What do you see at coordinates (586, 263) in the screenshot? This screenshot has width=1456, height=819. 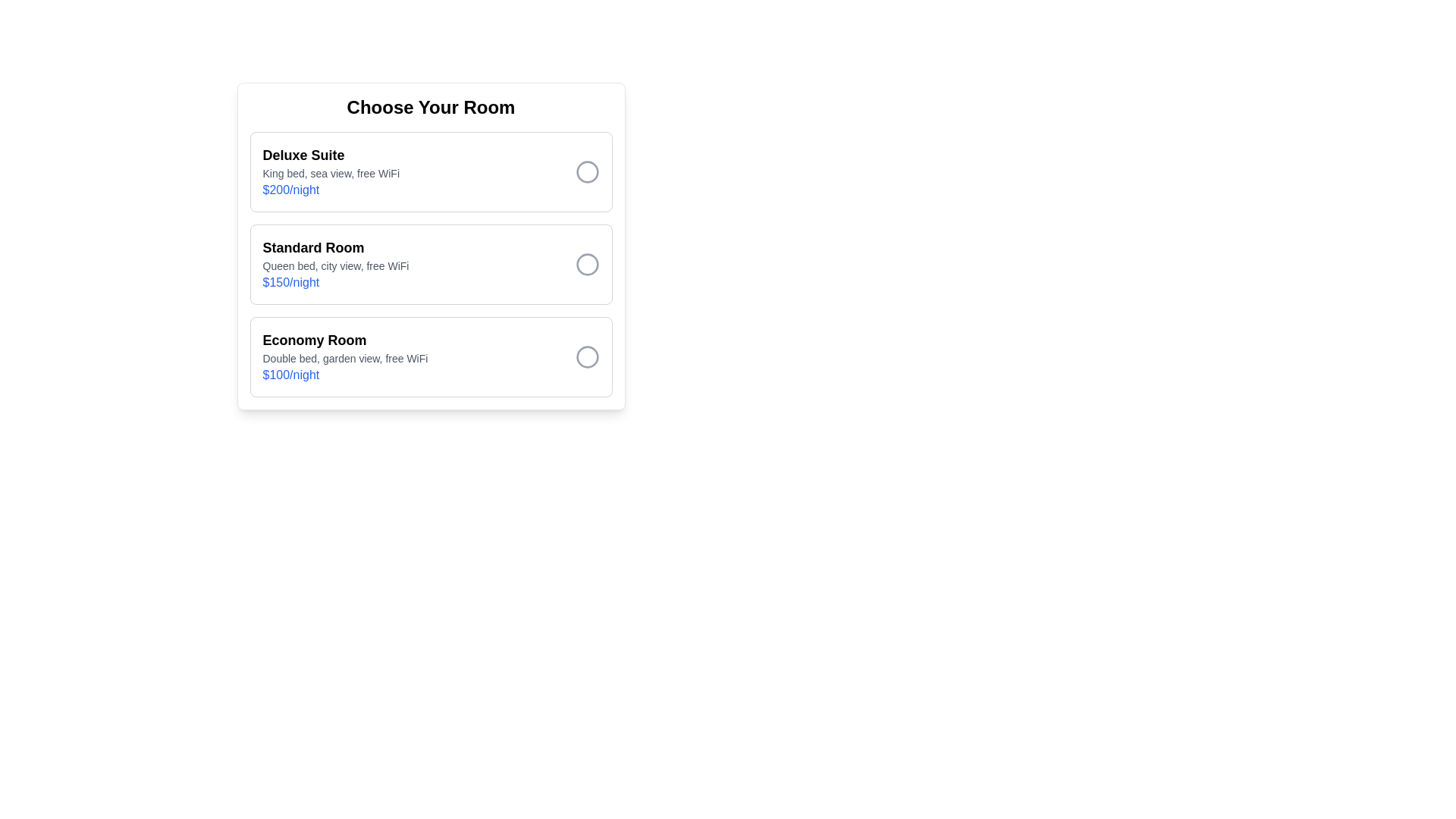 I see `the second radio button in the 'Standard Room' option to get more details about its state` at bounding box center [586, 263].